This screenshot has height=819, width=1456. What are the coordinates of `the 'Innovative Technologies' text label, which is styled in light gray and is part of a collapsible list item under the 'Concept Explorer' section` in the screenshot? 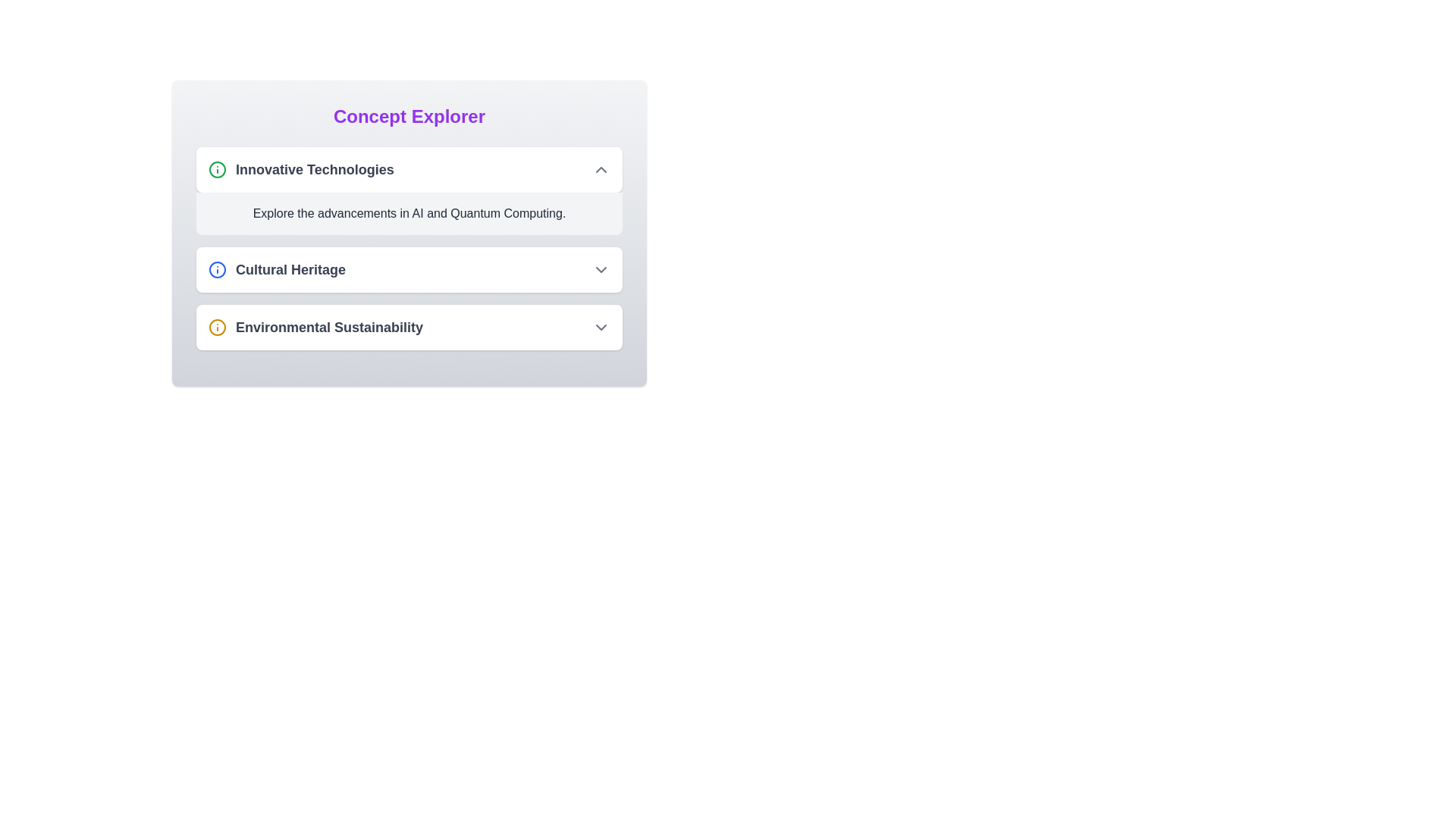 It's located at (314, 169).